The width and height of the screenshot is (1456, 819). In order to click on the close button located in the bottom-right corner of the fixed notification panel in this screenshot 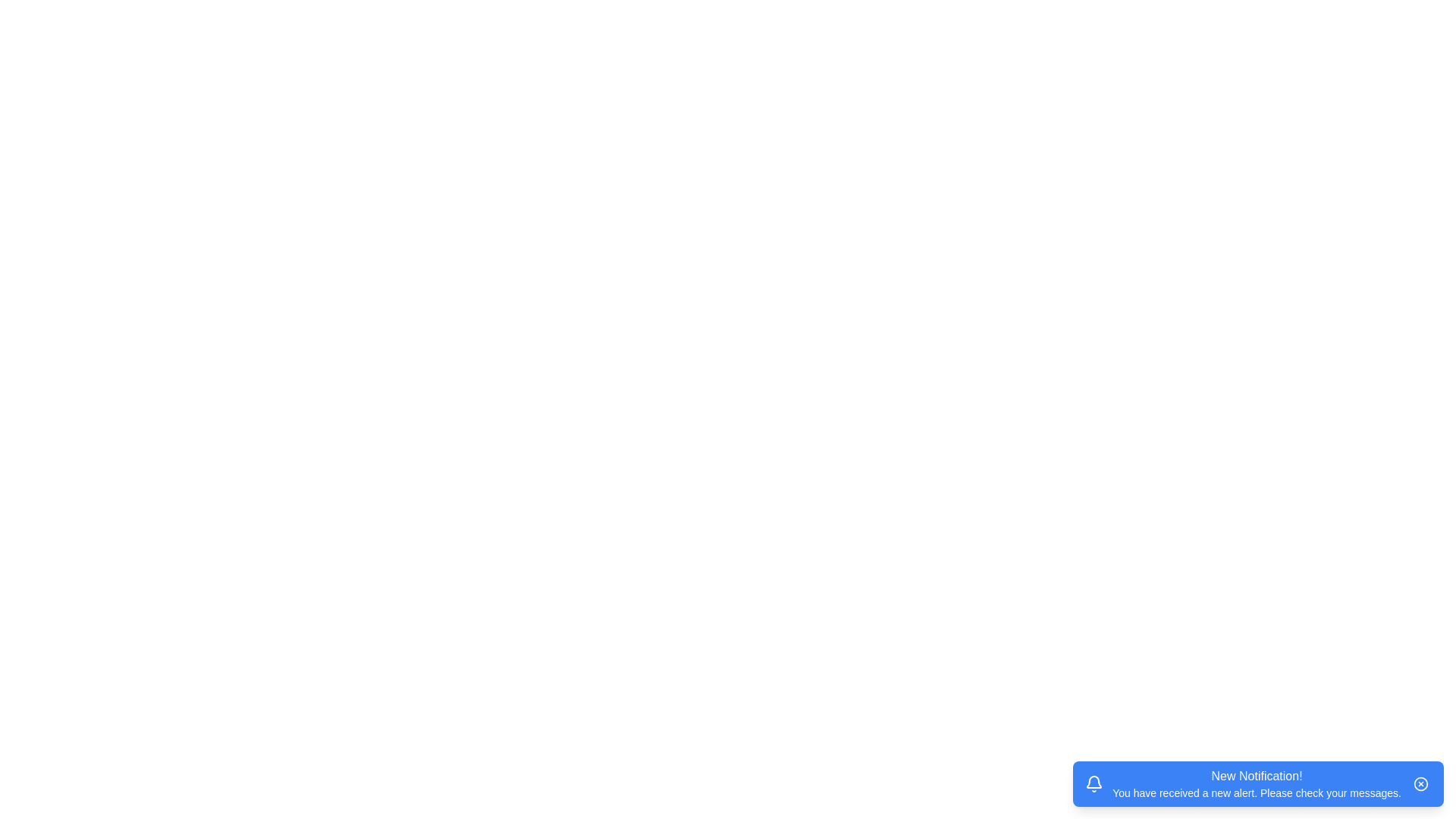, I will do `click(1420, 783)`.